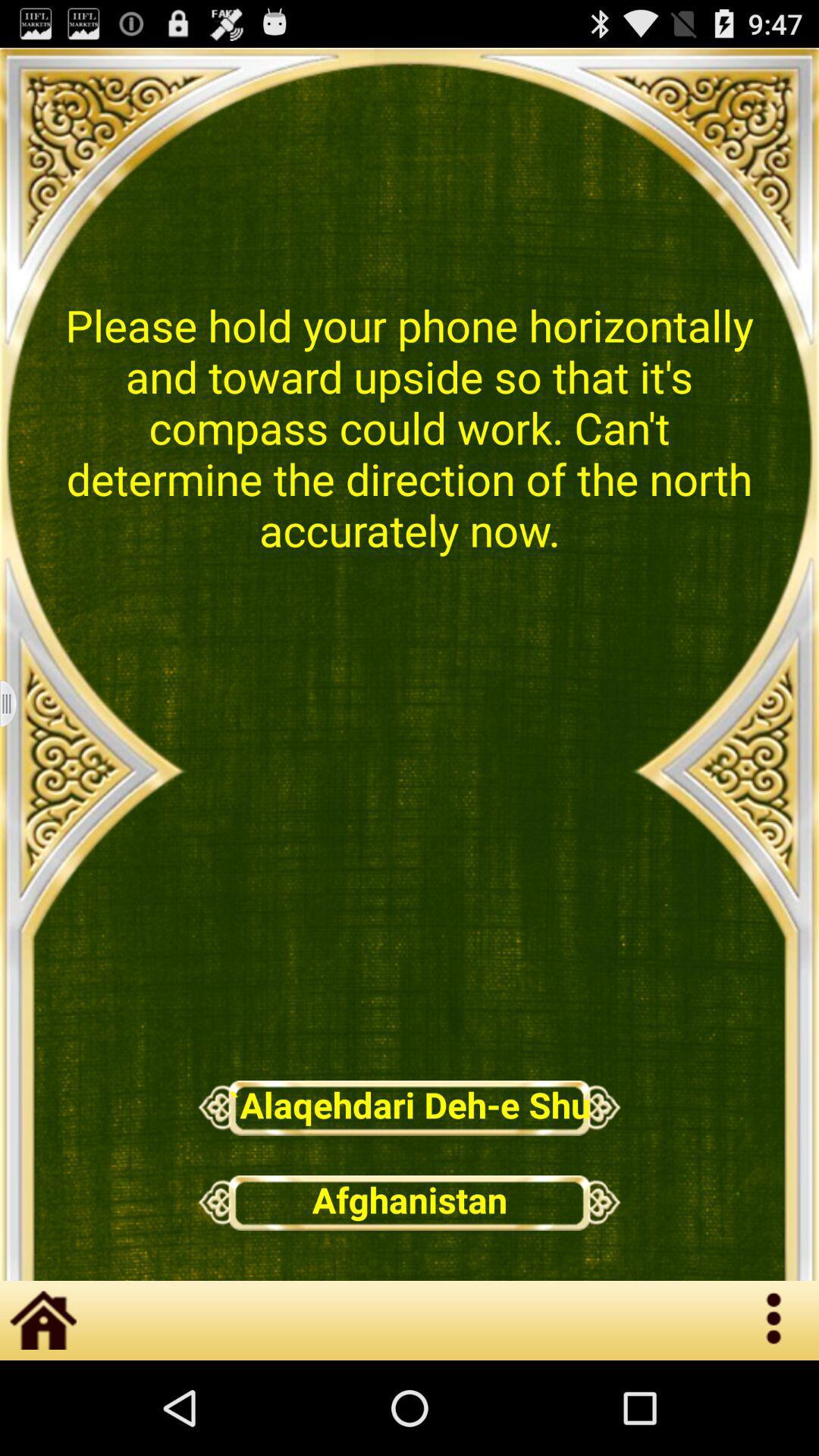 The image size is (819, 1456). I want to click on stop the app, so click(17, 703).